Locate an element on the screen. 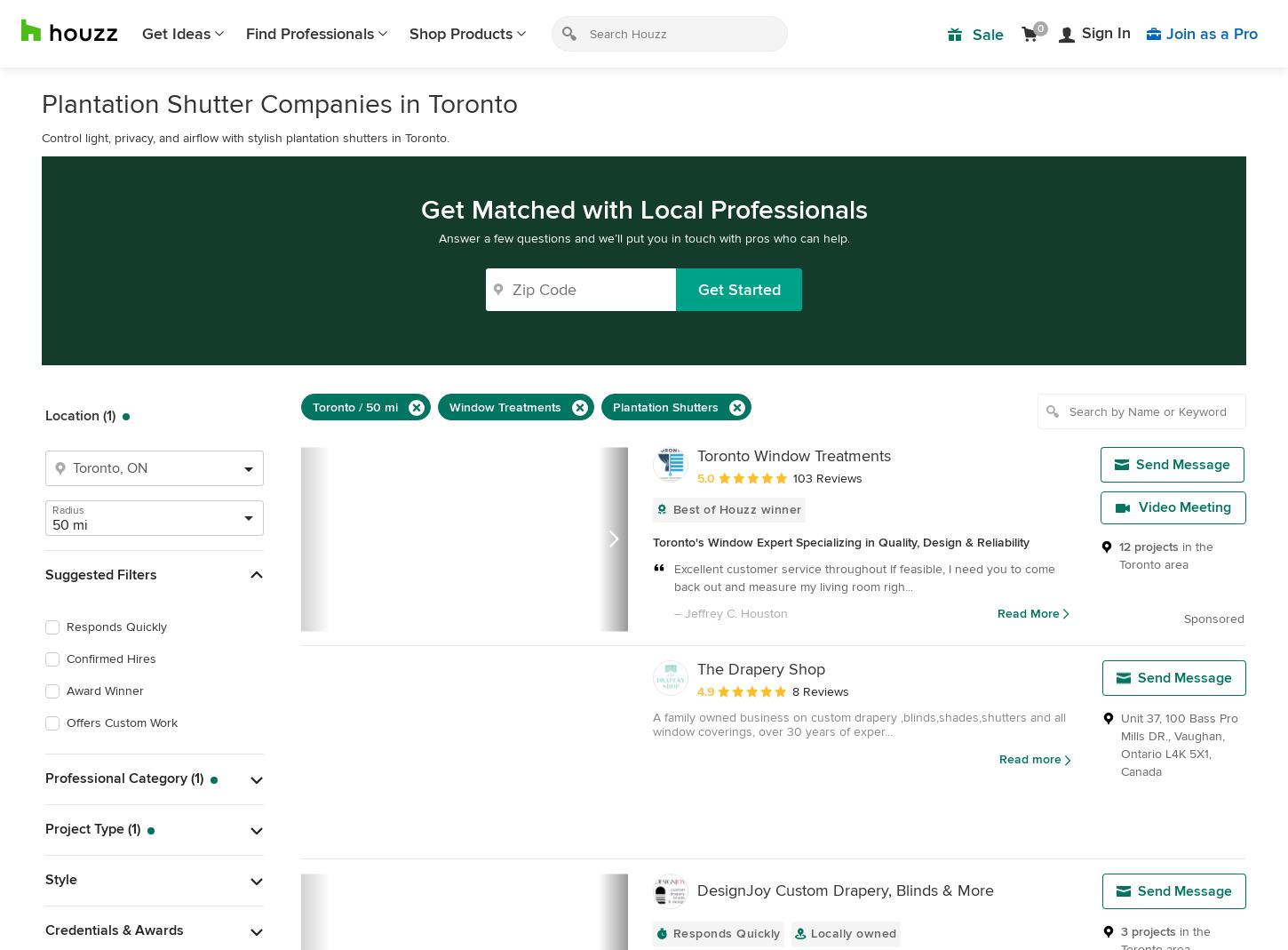 The width and height of the screenshot is (1288, 950). '8 Reviews' is located at coordinates (819, 691).